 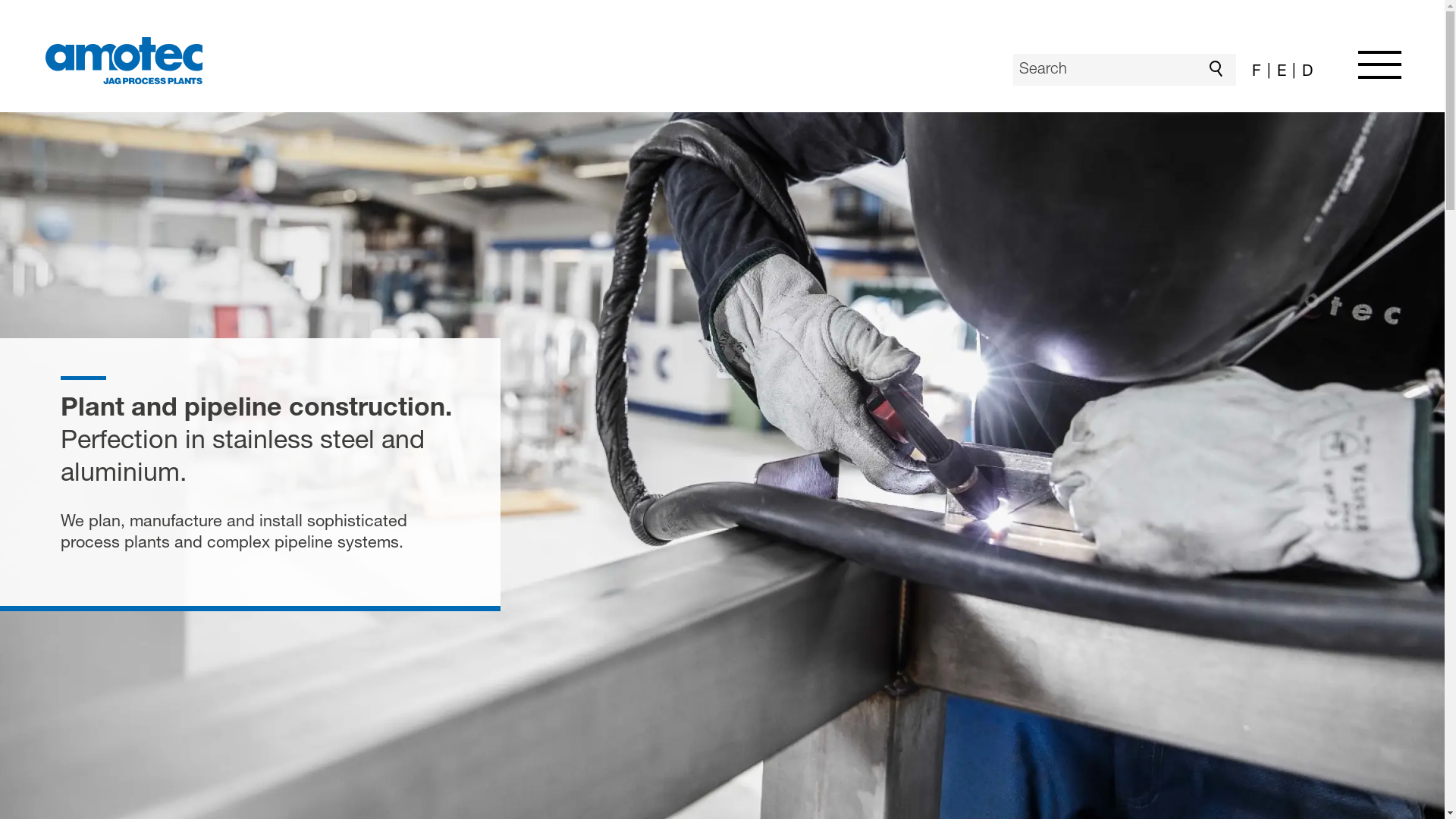 What do you see at coordinates (1219, 70) in the screenshot?
I see `'Search'` at bounding box center [1219, 70].